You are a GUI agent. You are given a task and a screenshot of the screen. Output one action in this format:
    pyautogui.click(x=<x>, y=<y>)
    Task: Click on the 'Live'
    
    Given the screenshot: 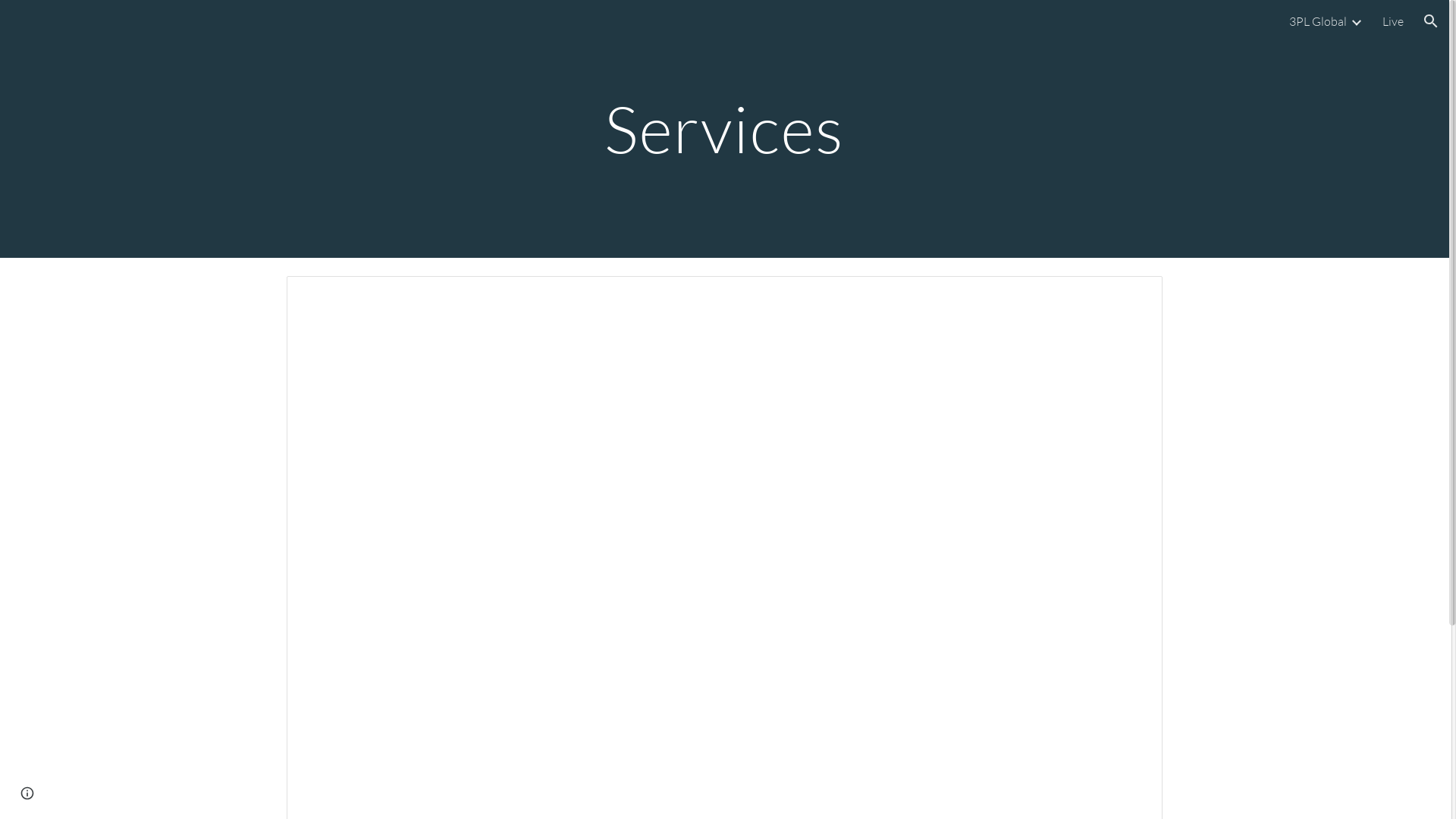 What is the action you would take?
    pyautogui.click(x=1393, y=20)
    